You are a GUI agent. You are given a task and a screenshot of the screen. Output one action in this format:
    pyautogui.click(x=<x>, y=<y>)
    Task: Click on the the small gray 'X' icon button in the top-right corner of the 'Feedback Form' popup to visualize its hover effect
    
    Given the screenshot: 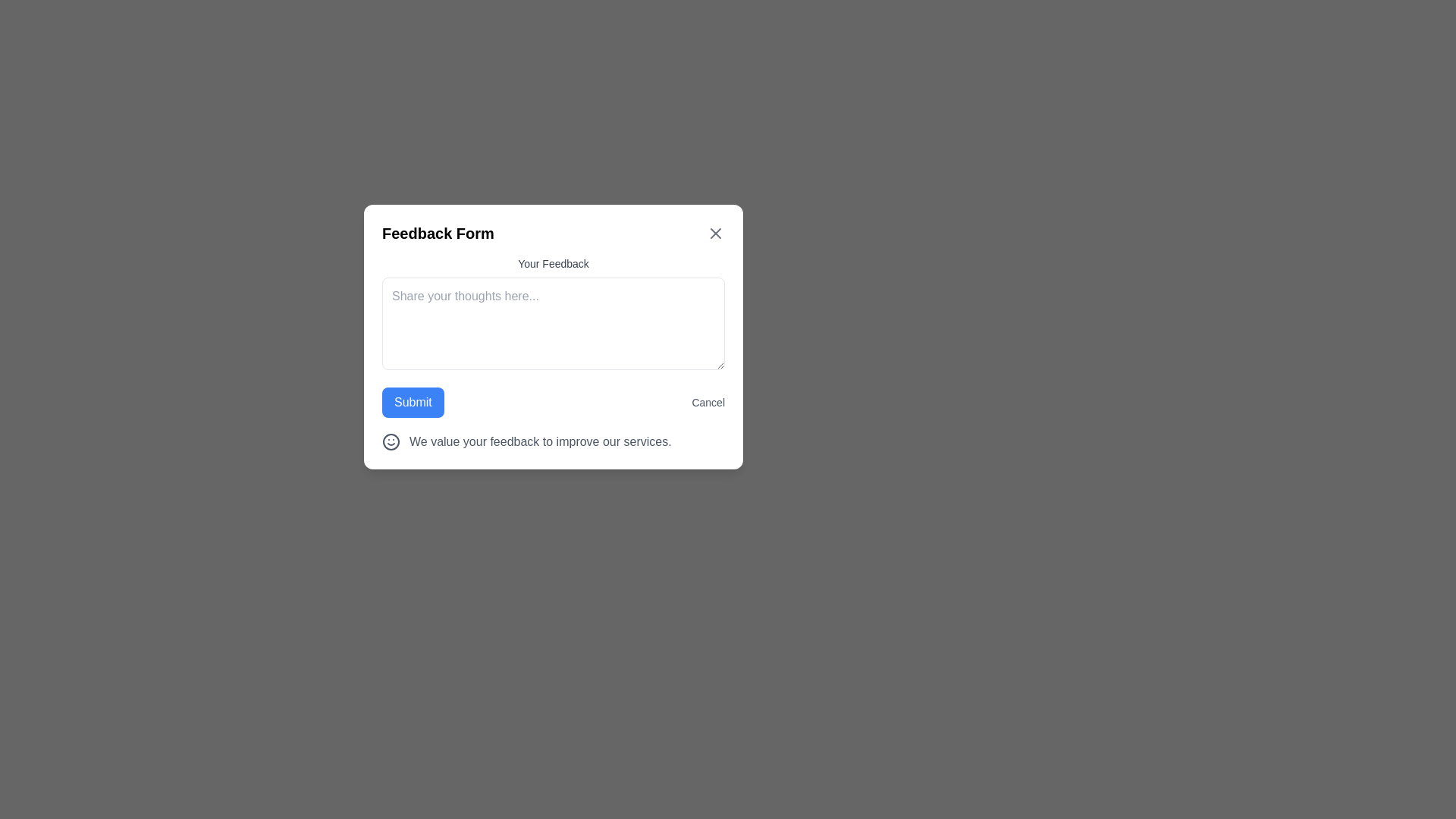 What is the action you would take?
    pyautogui.click(x=715, y=234)
    